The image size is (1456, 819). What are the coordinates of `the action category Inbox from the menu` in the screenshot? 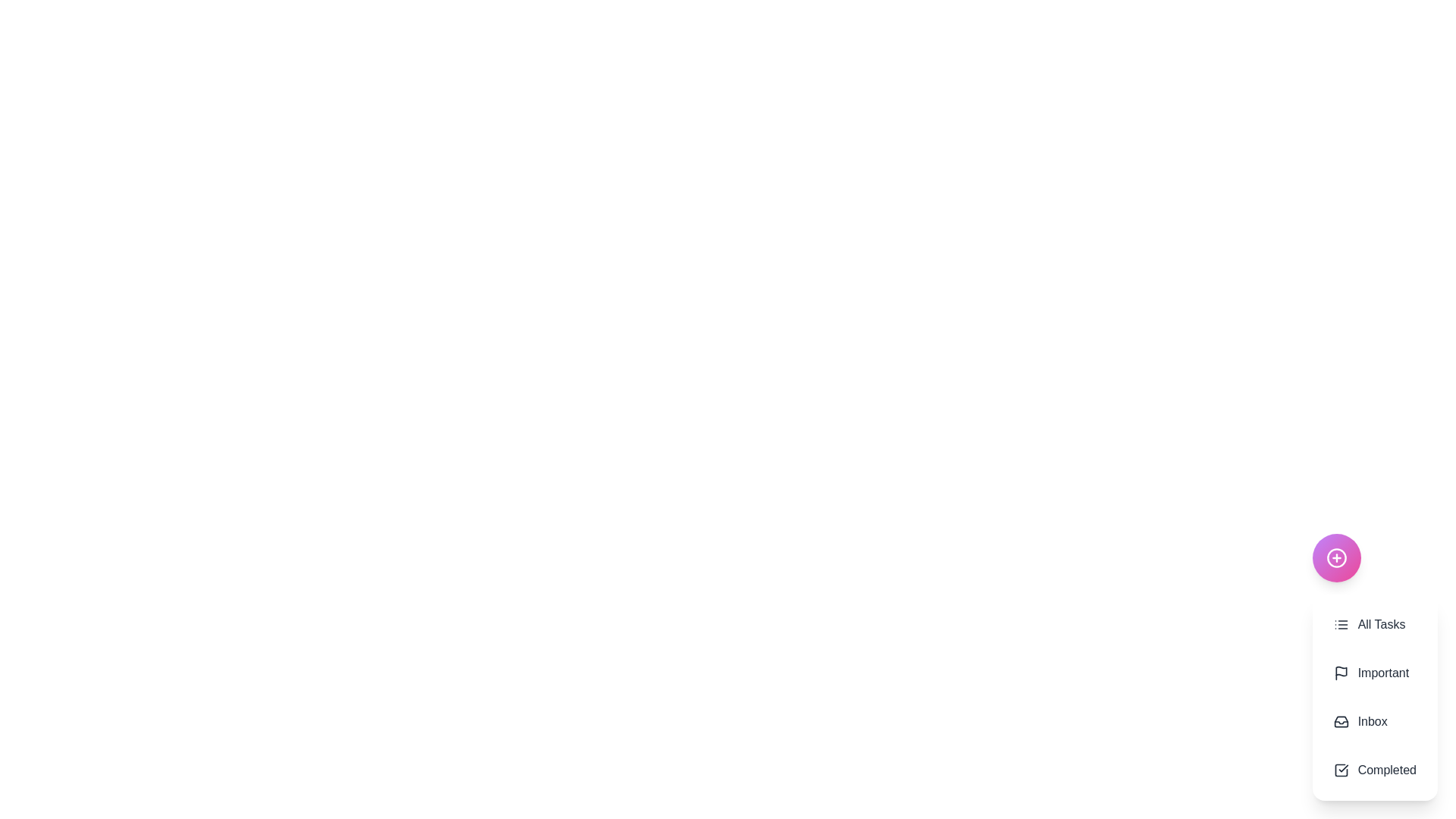 It's located at (1375, 721).